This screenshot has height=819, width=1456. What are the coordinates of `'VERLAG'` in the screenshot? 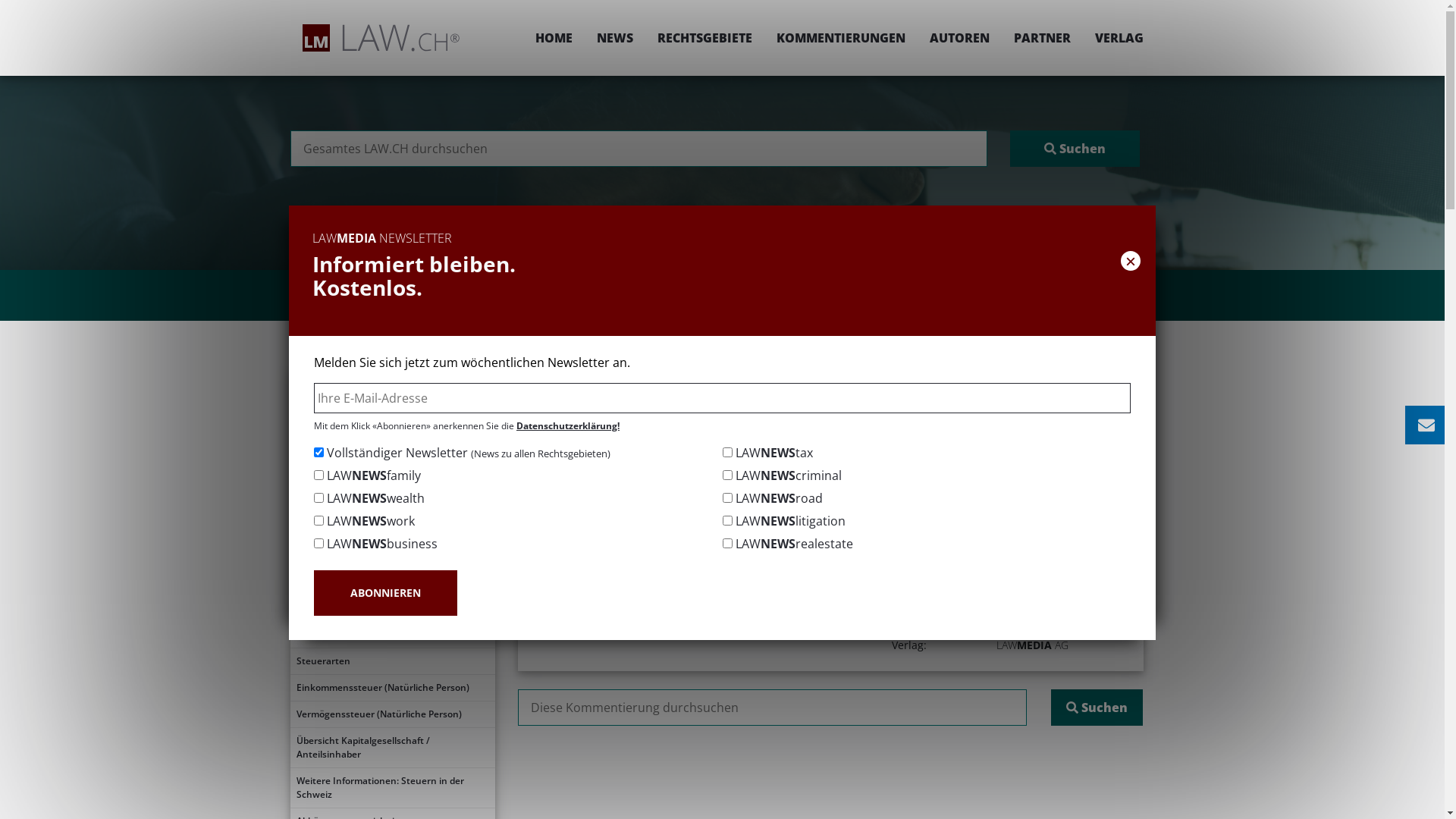 It's located at (1082, 37).